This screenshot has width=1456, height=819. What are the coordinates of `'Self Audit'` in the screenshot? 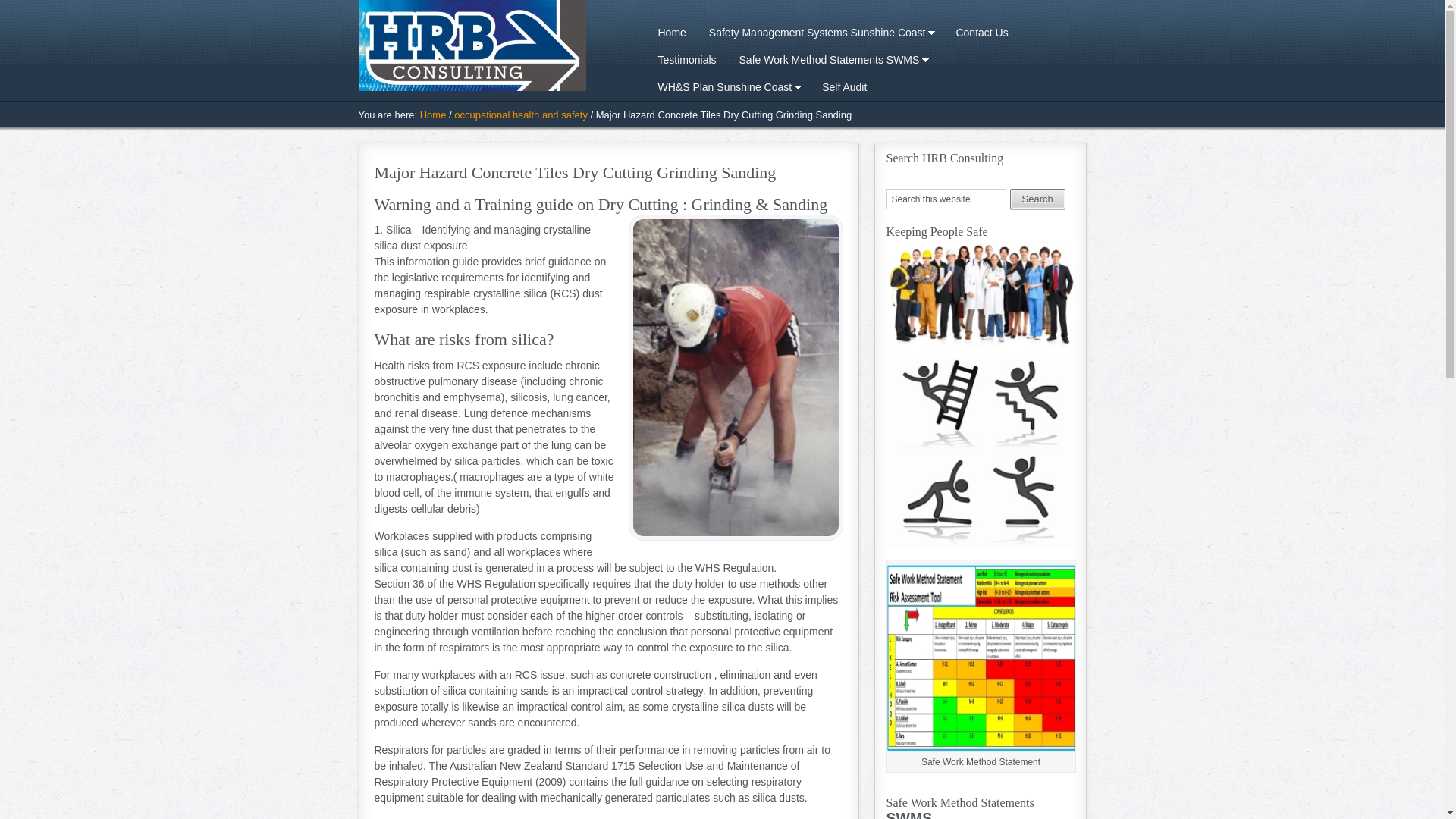 It's located at (843, 87).